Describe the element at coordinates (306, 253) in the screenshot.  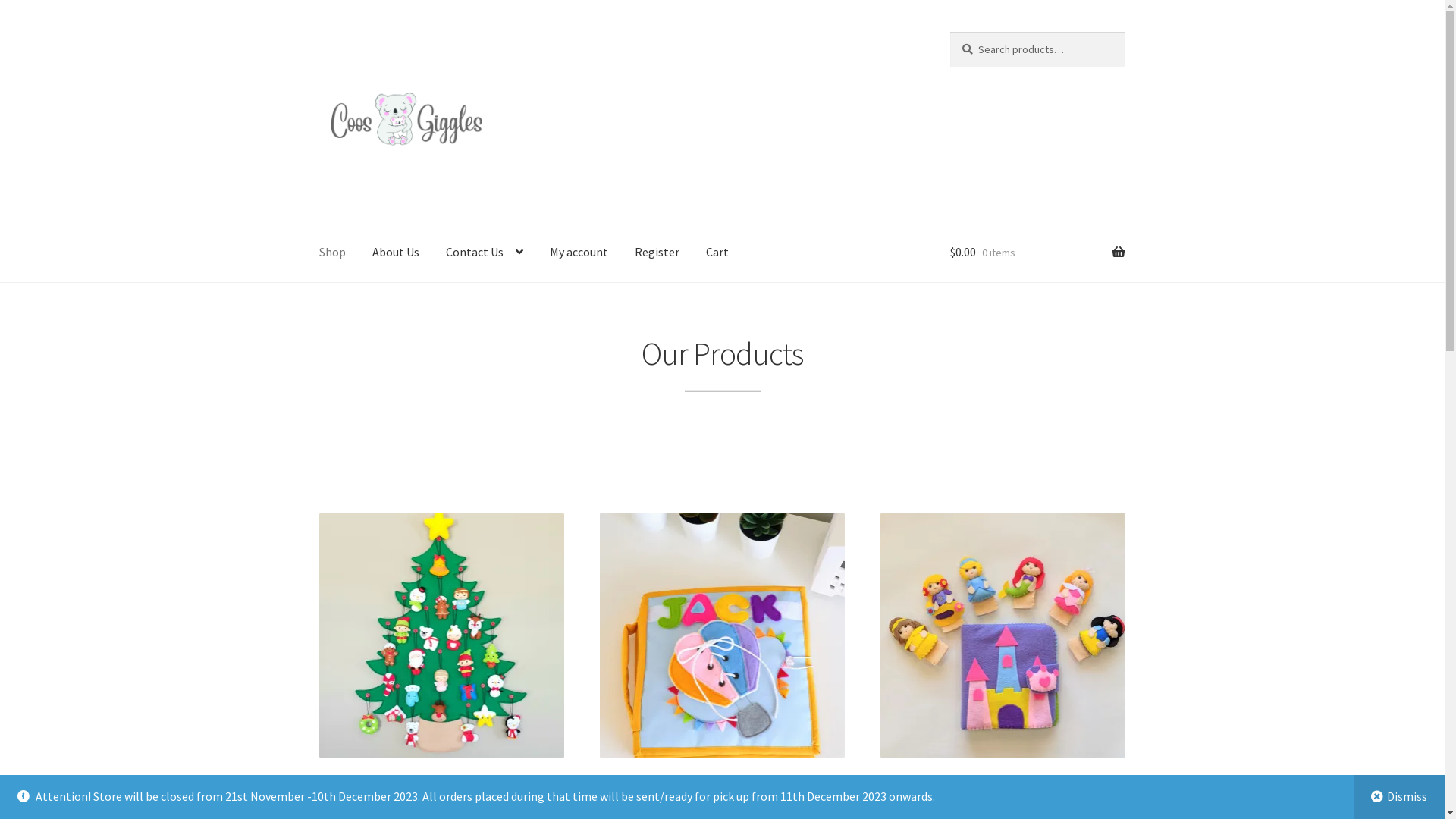
I see `'Shop'` at that location.